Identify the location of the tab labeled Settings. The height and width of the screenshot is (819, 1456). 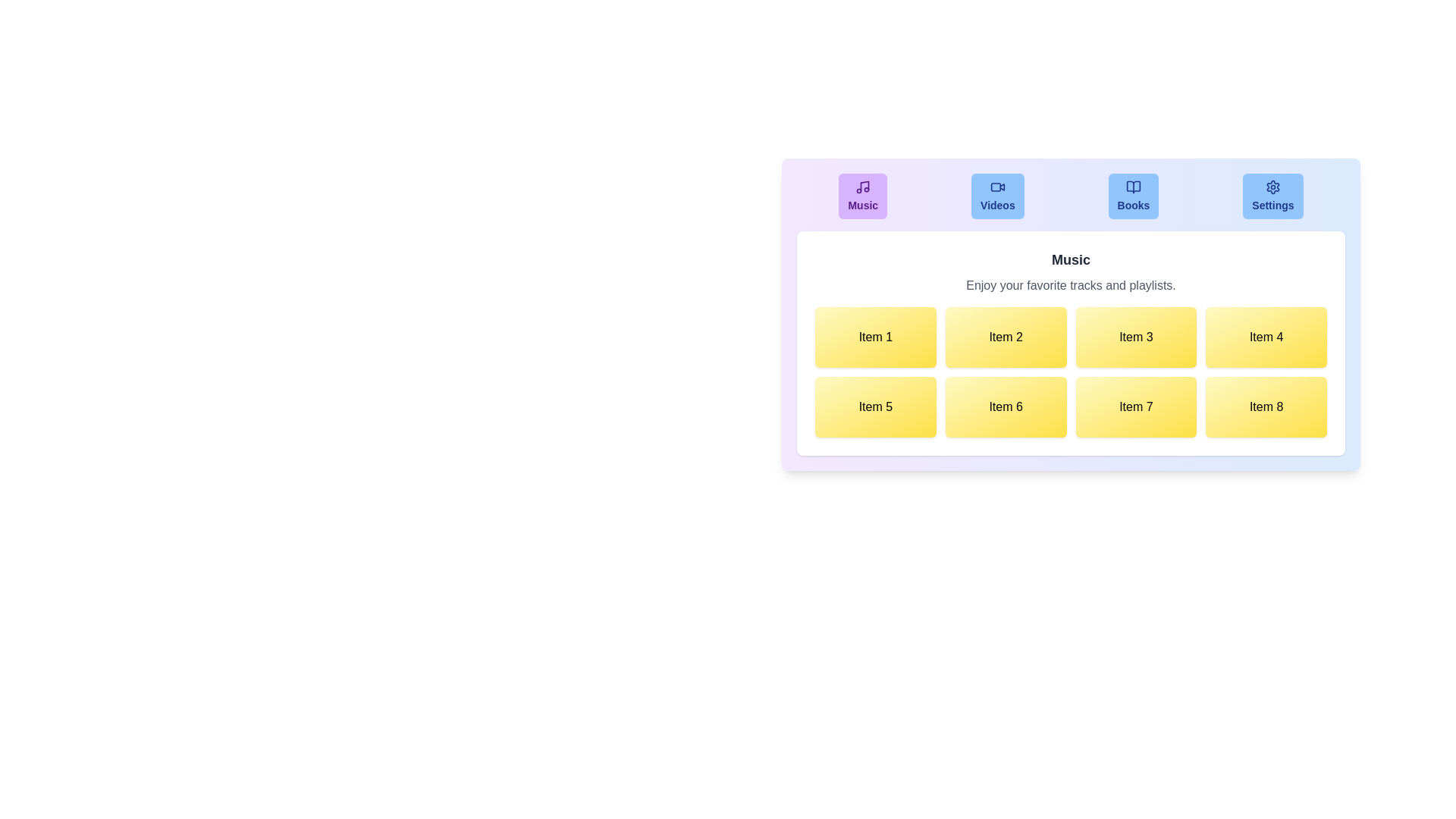
(1272, 195).